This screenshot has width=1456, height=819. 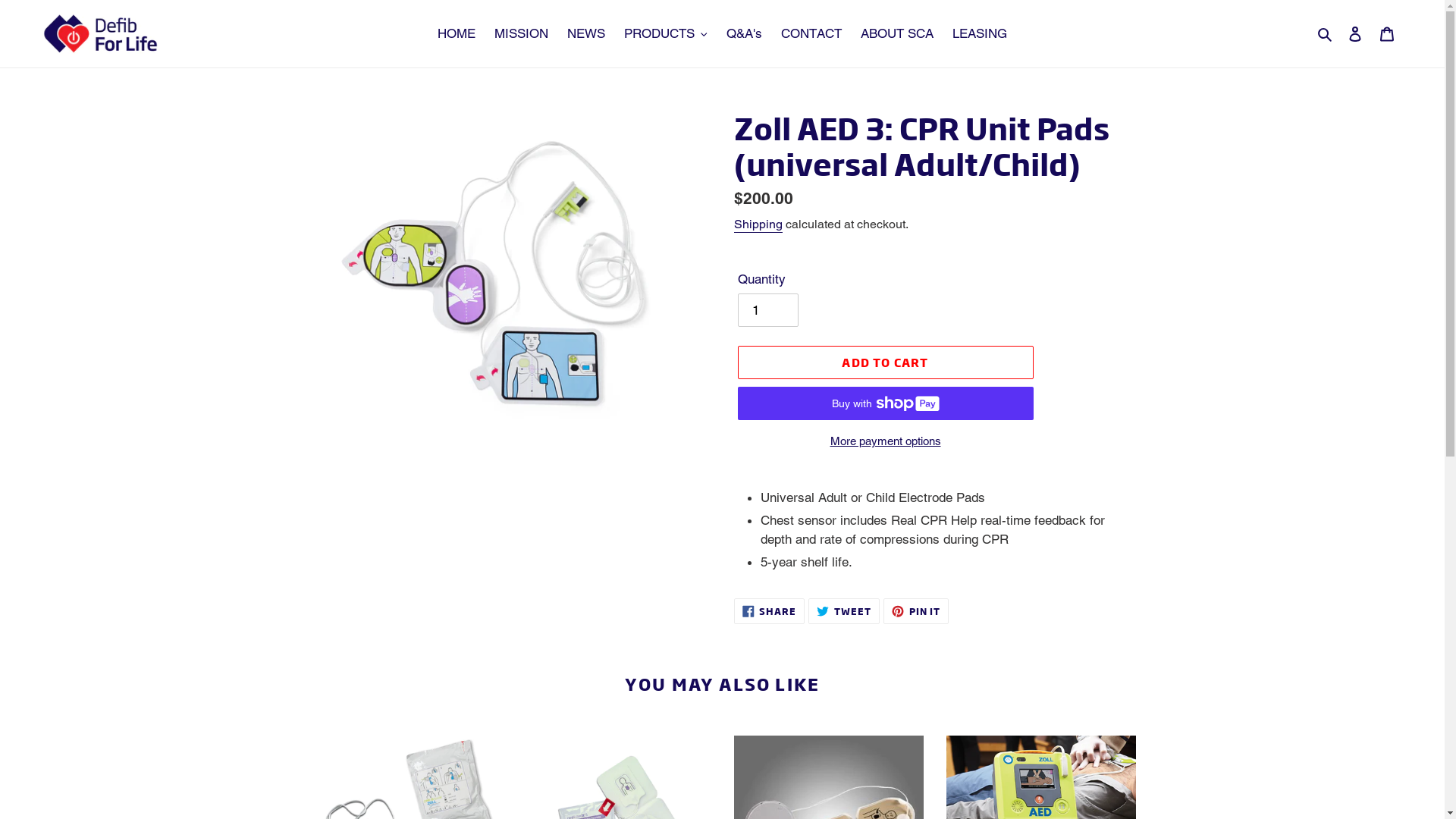 I want to click on 'MISSION', so click(x=521, y=34).